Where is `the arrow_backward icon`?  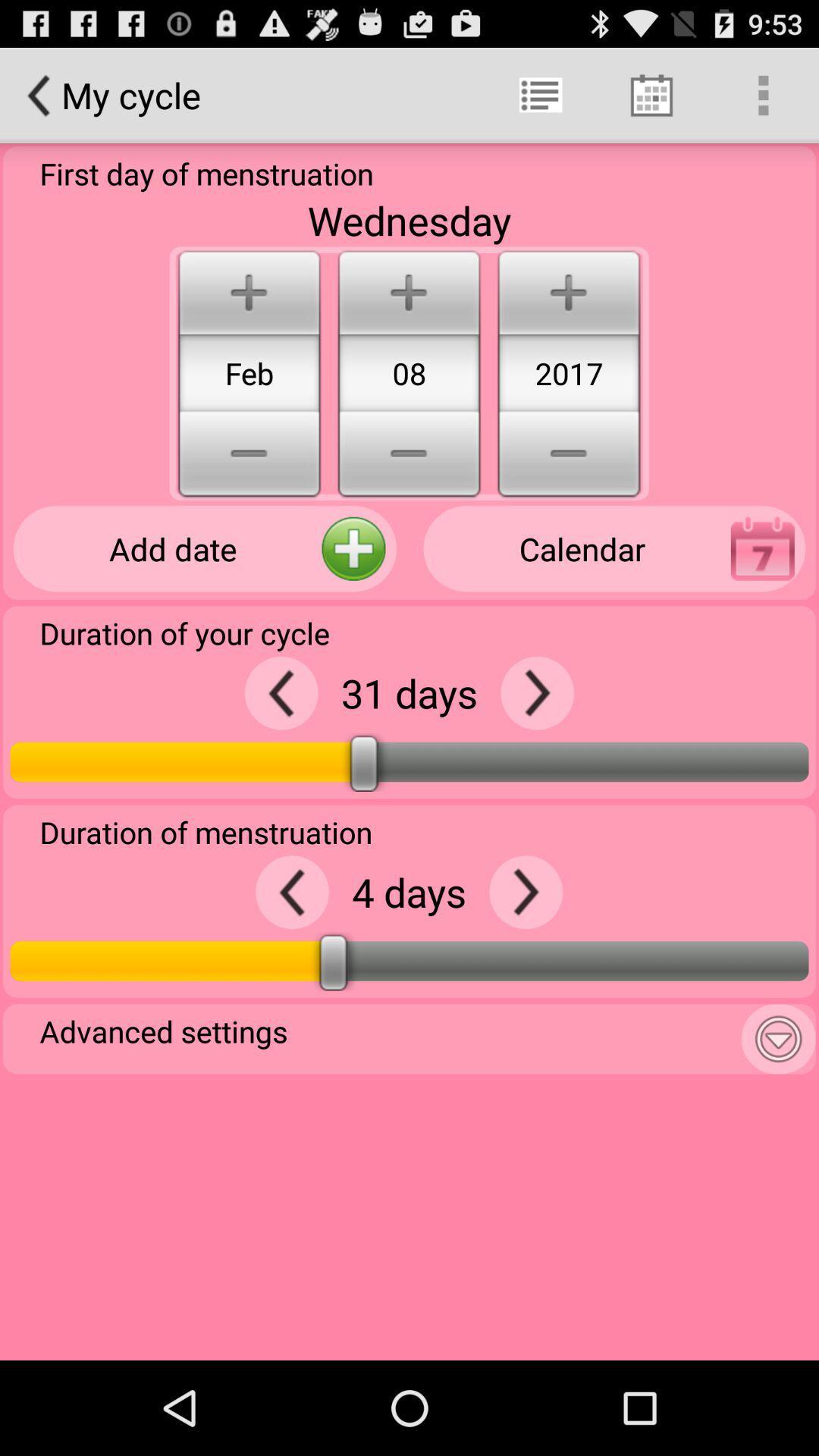 the arrow_backward icon is located at coordinates (292, 954).